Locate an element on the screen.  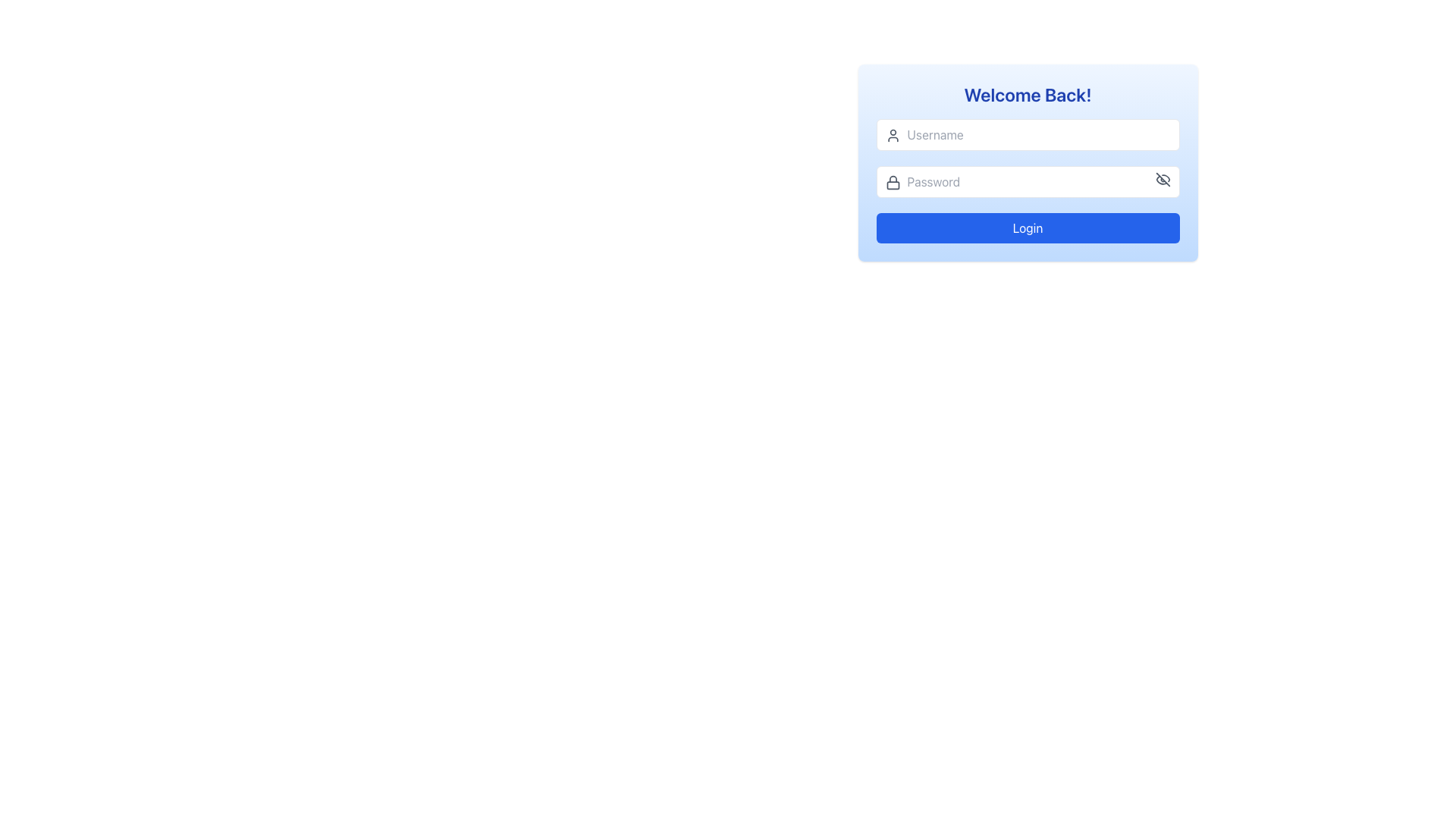
the password input field located in the middle of the login form, below the 'Username' field and above the 'Login' button is located at coordinates (1028, 180).